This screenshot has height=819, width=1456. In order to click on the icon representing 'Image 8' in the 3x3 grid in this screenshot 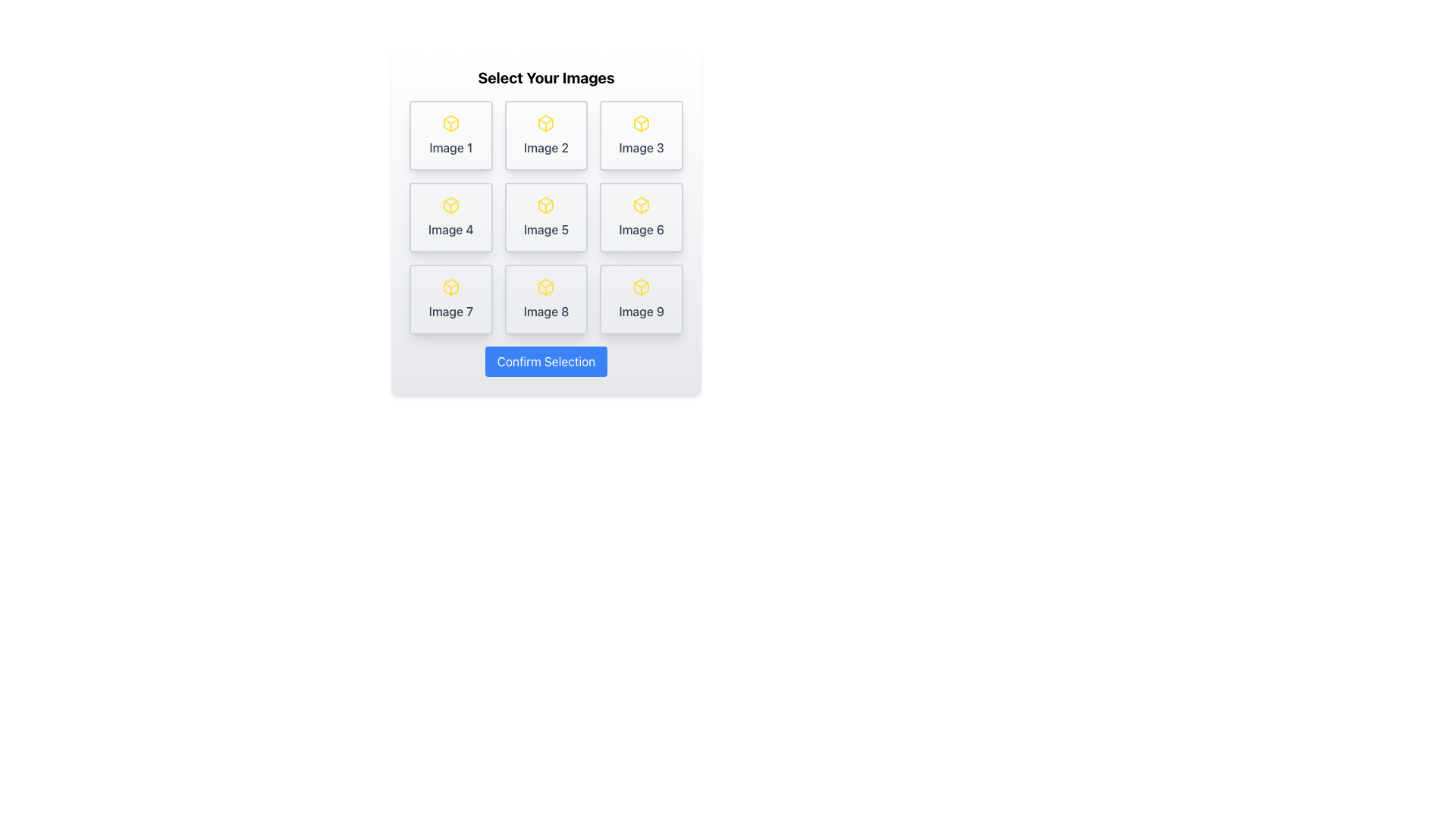, I will do `click(546, 287)`.